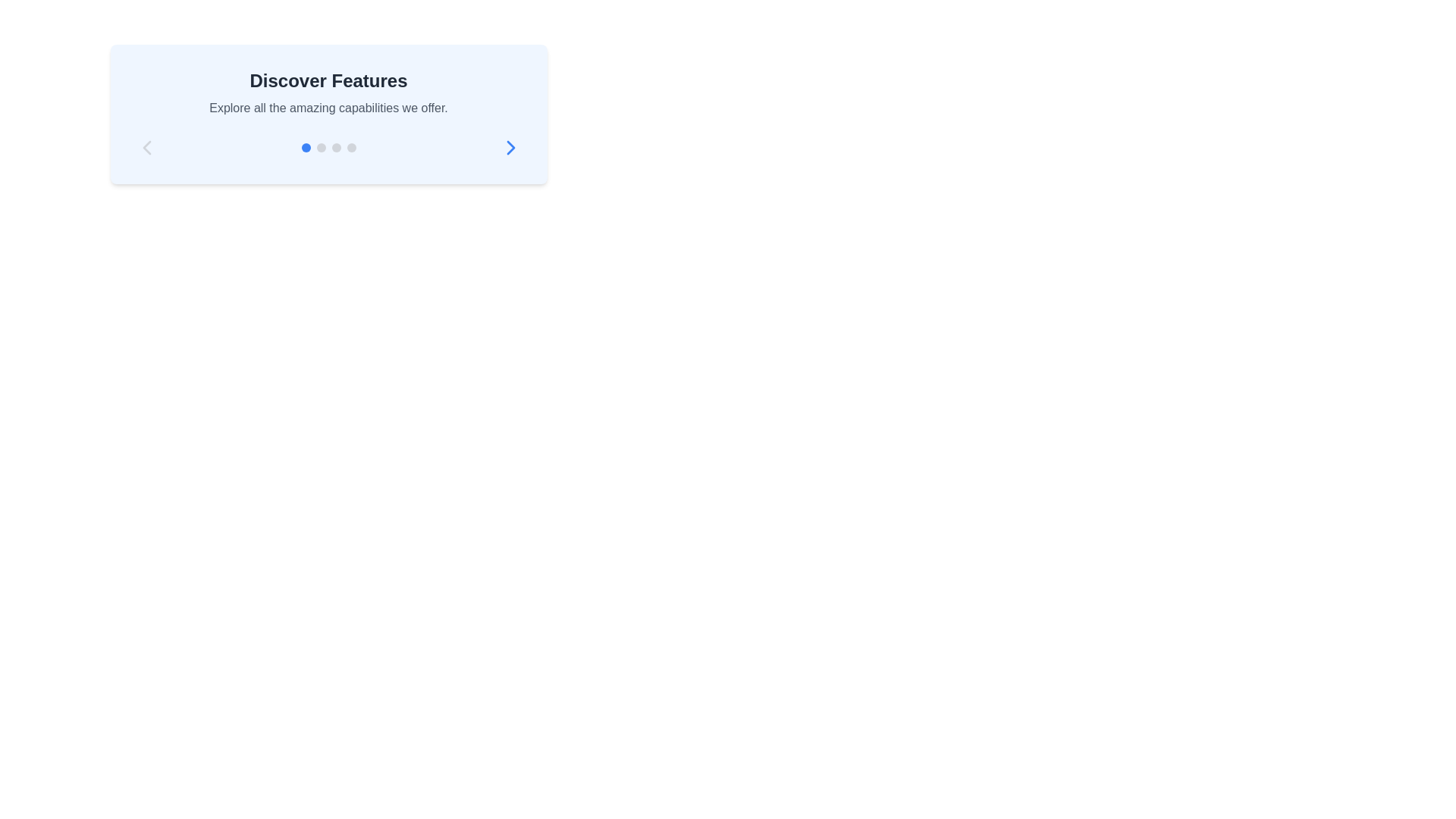 The height and width of the screenshot is (819, 1456). What do you see at coordinates (146, 148) in the screenshot?
I see `the previous item navigation button in the 'Discover Features' card` at bounding box center [146, 148].